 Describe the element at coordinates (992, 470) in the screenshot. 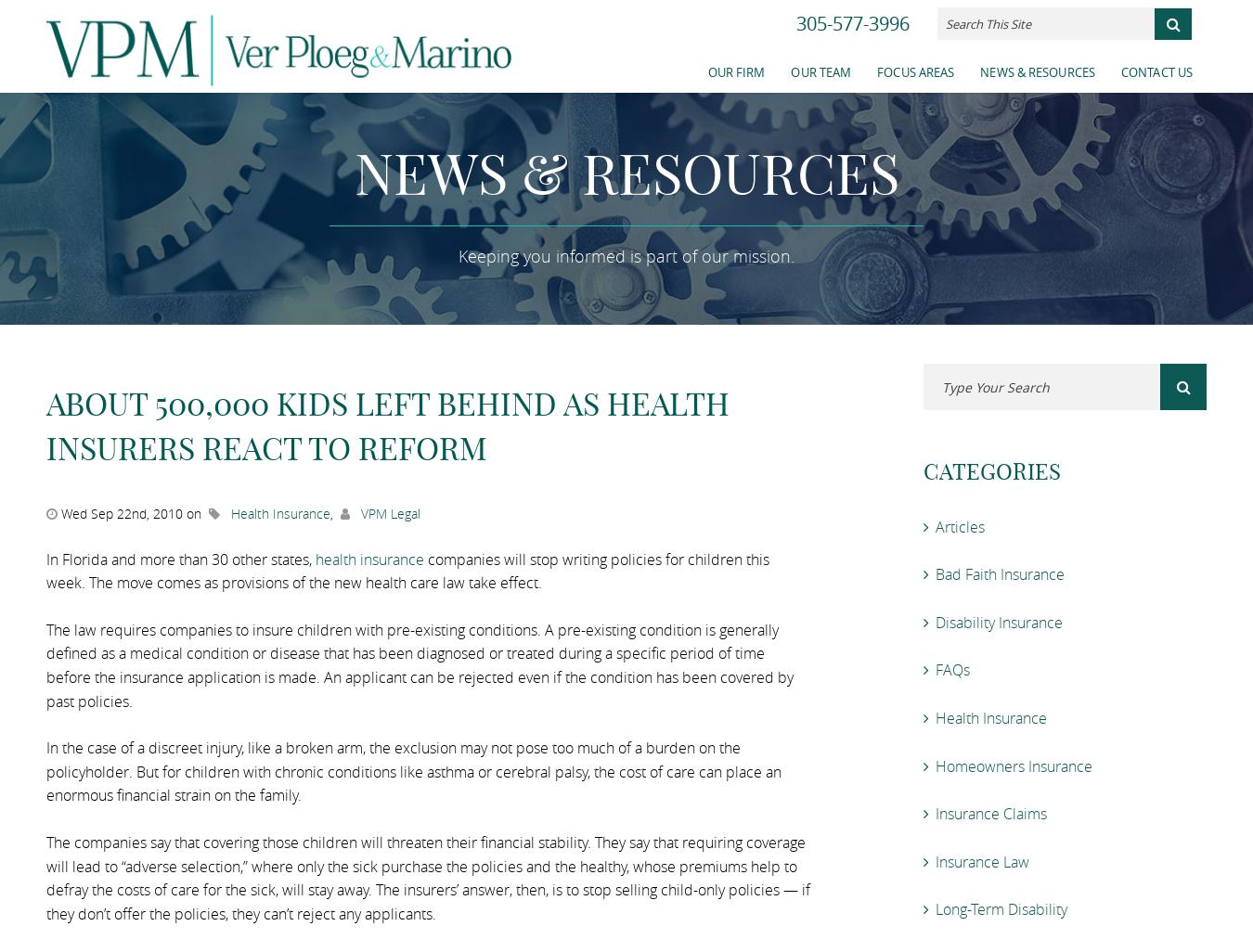

I see `'Categories'` at that location.